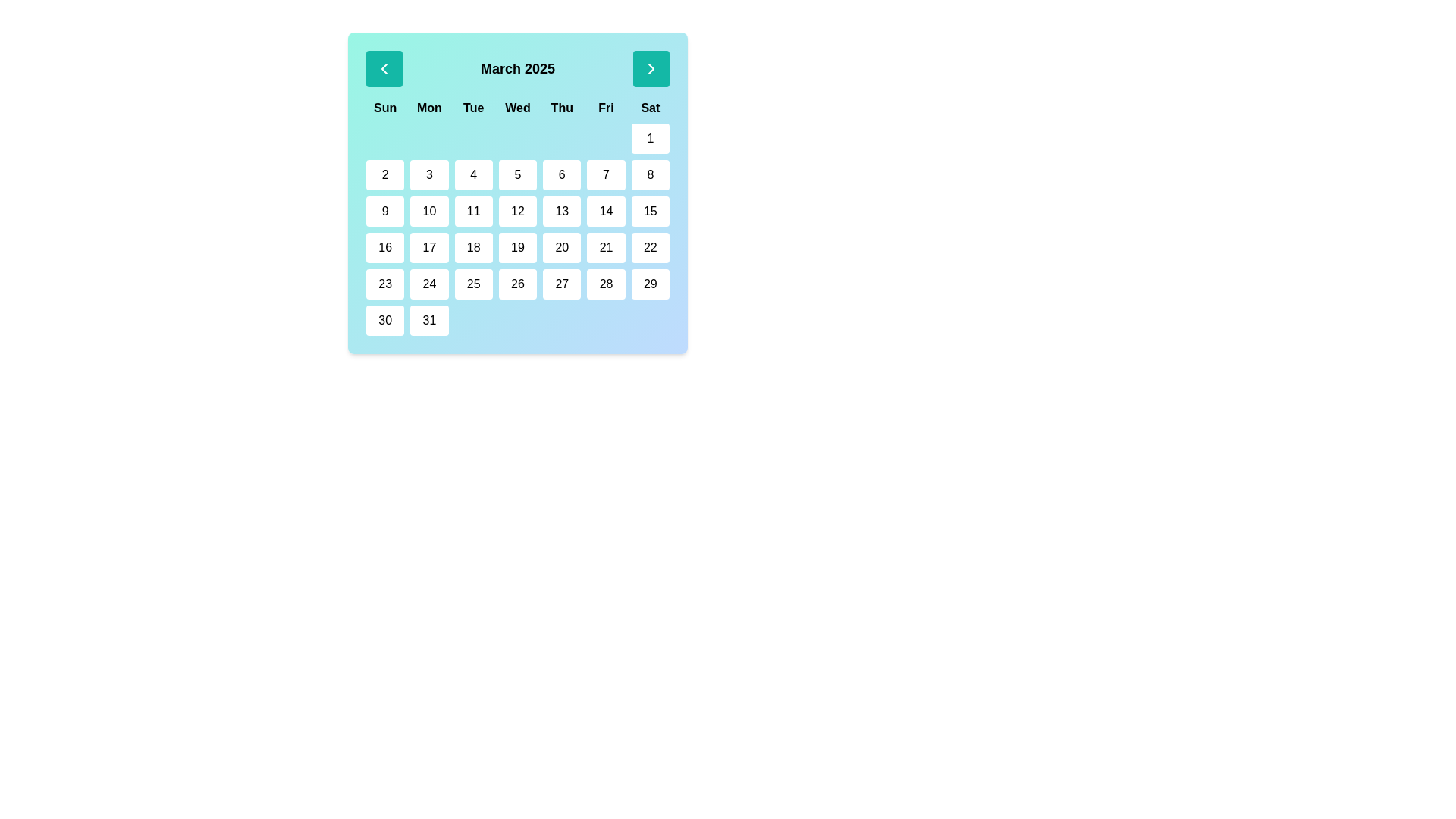 The height and width of the screenshot is (819, 1456). What do you see at coordinates (428, 174) in the screenshot?
I see `the Calendar day button located in the second column of the second row, below 'Mon', and adjacent to the '2' and '4' buttons` at bounding box center [428, 174].